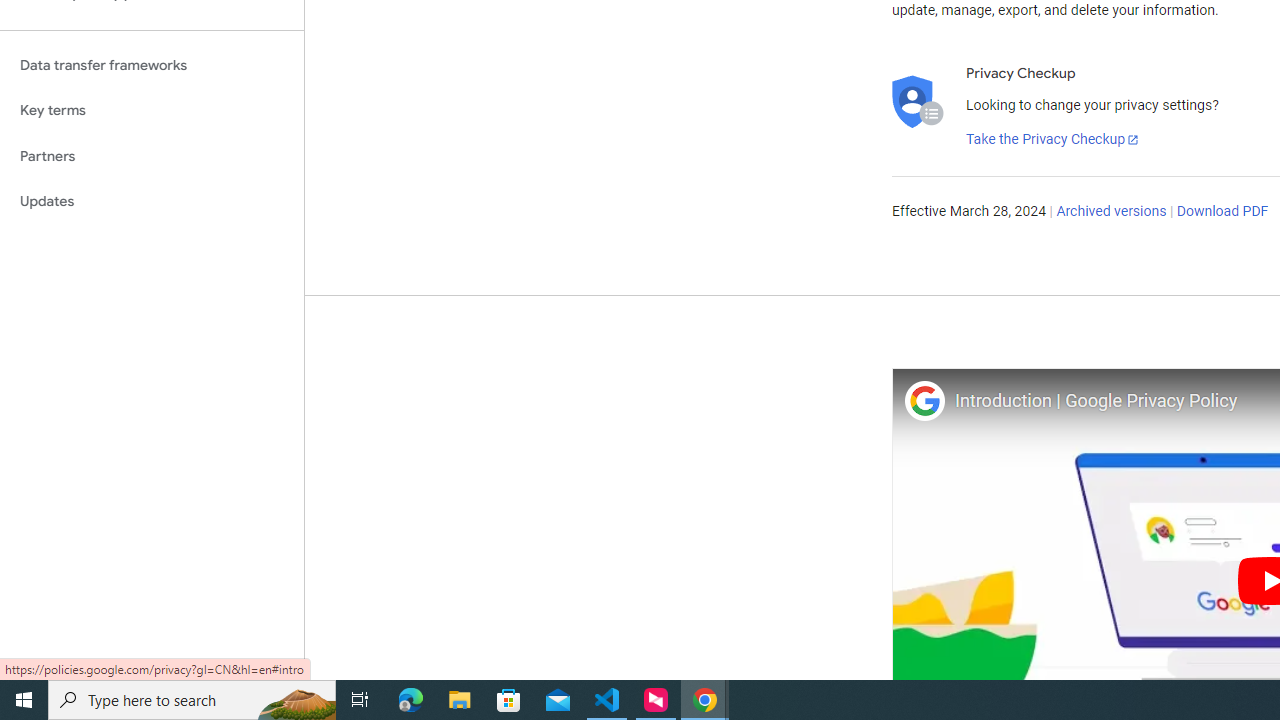 This screenshot has height=720, width=1280. I want to click on 'Photo image of Google', so click(923, 400).